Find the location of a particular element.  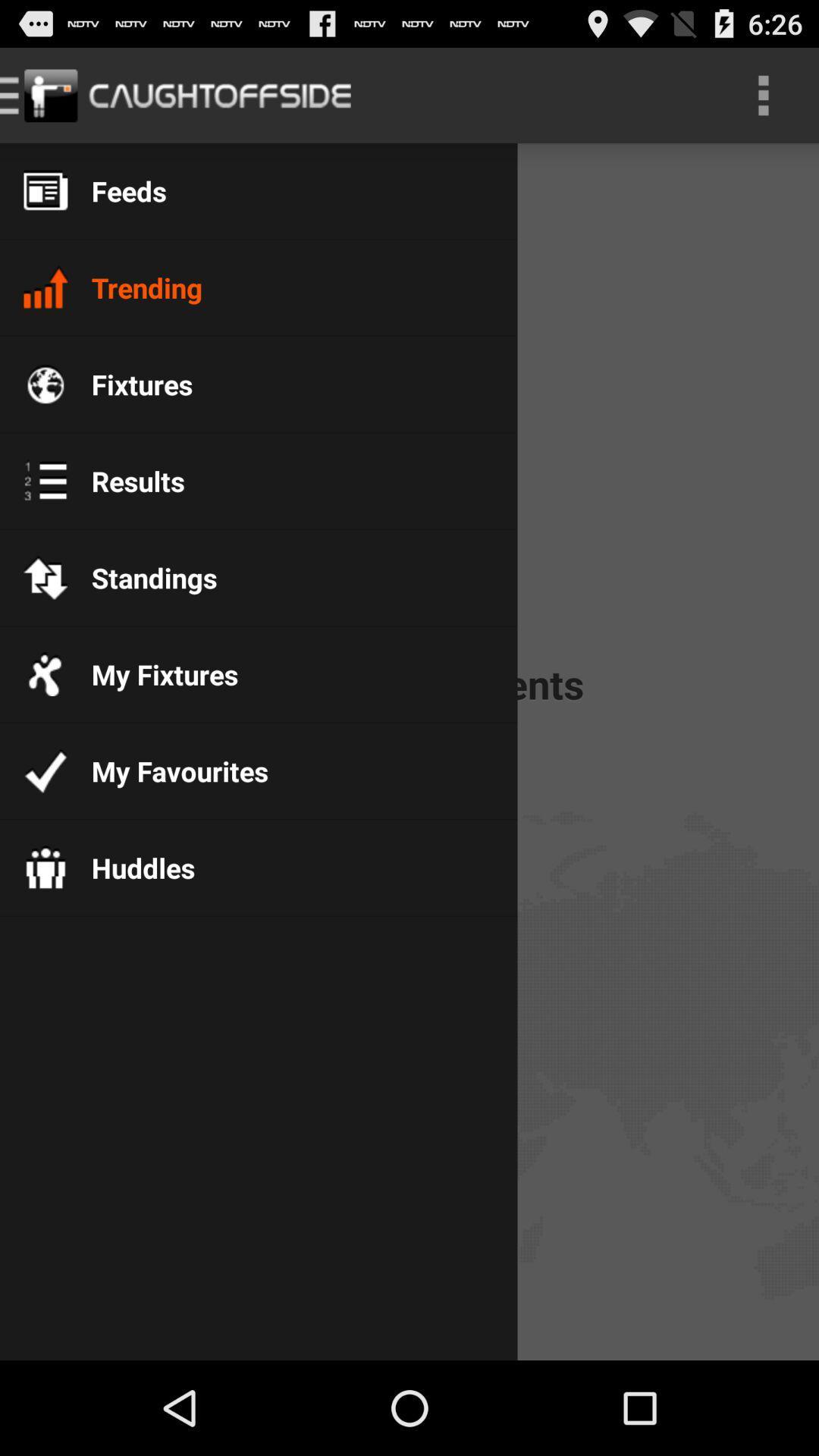

item at the top right corner is located at coordinates (763, 94).